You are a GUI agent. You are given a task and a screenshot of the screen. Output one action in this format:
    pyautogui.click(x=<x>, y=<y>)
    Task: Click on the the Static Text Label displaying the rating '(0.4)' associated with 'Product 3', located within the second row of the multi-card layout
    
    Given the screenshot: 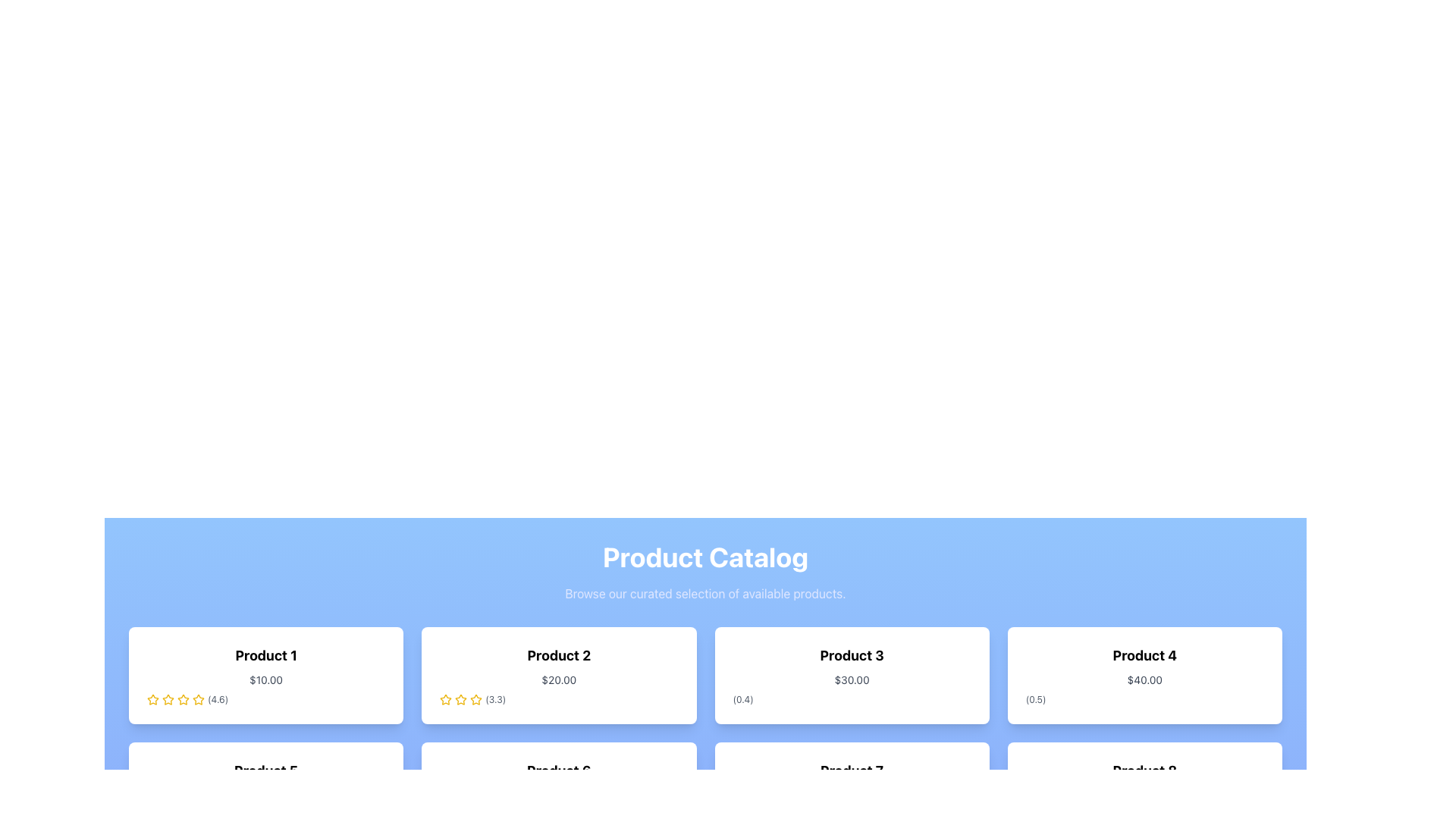 What is the action you would take?
    pyautogui.click(x=743, y=699)
    